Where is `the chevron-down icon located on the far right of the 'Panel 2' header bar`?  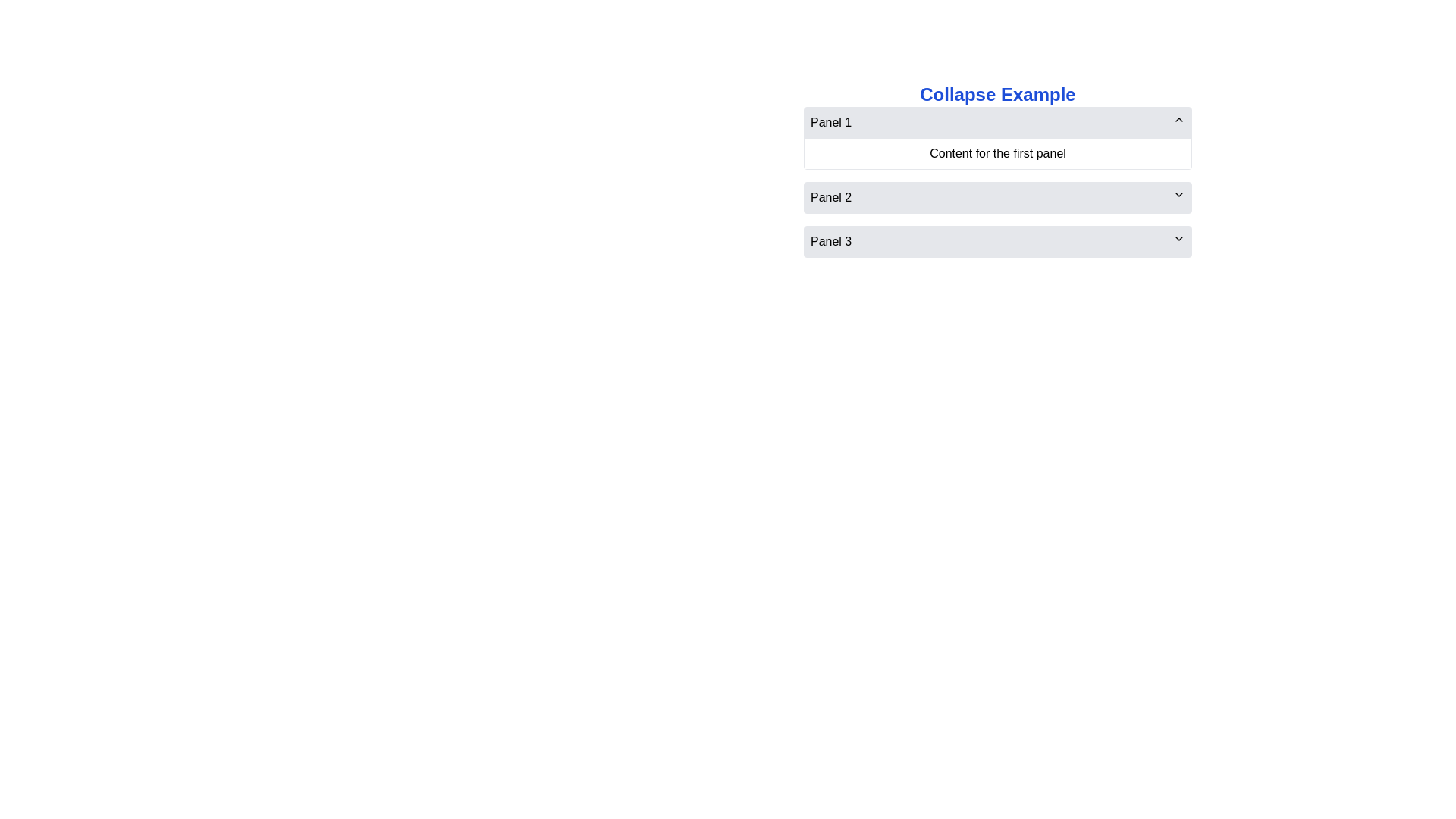
the chevron-down icon located on the far right of the 'Panel 2' header bar is located at coordinates (1178, 194).